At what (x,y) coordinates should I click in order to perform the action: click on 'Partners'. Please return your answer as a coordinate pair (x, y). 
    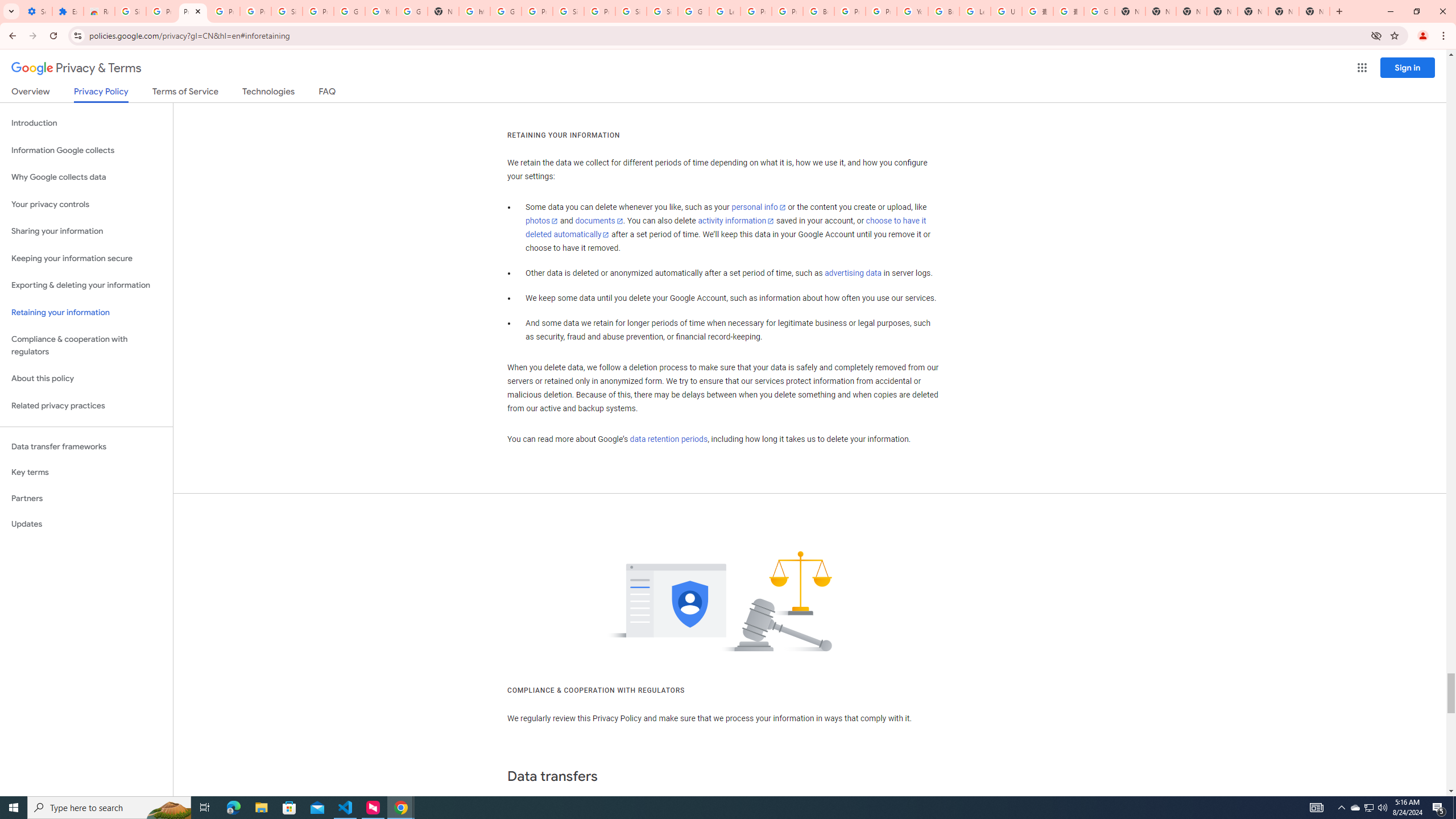
    Looking at the image, I should click on (86, 498).